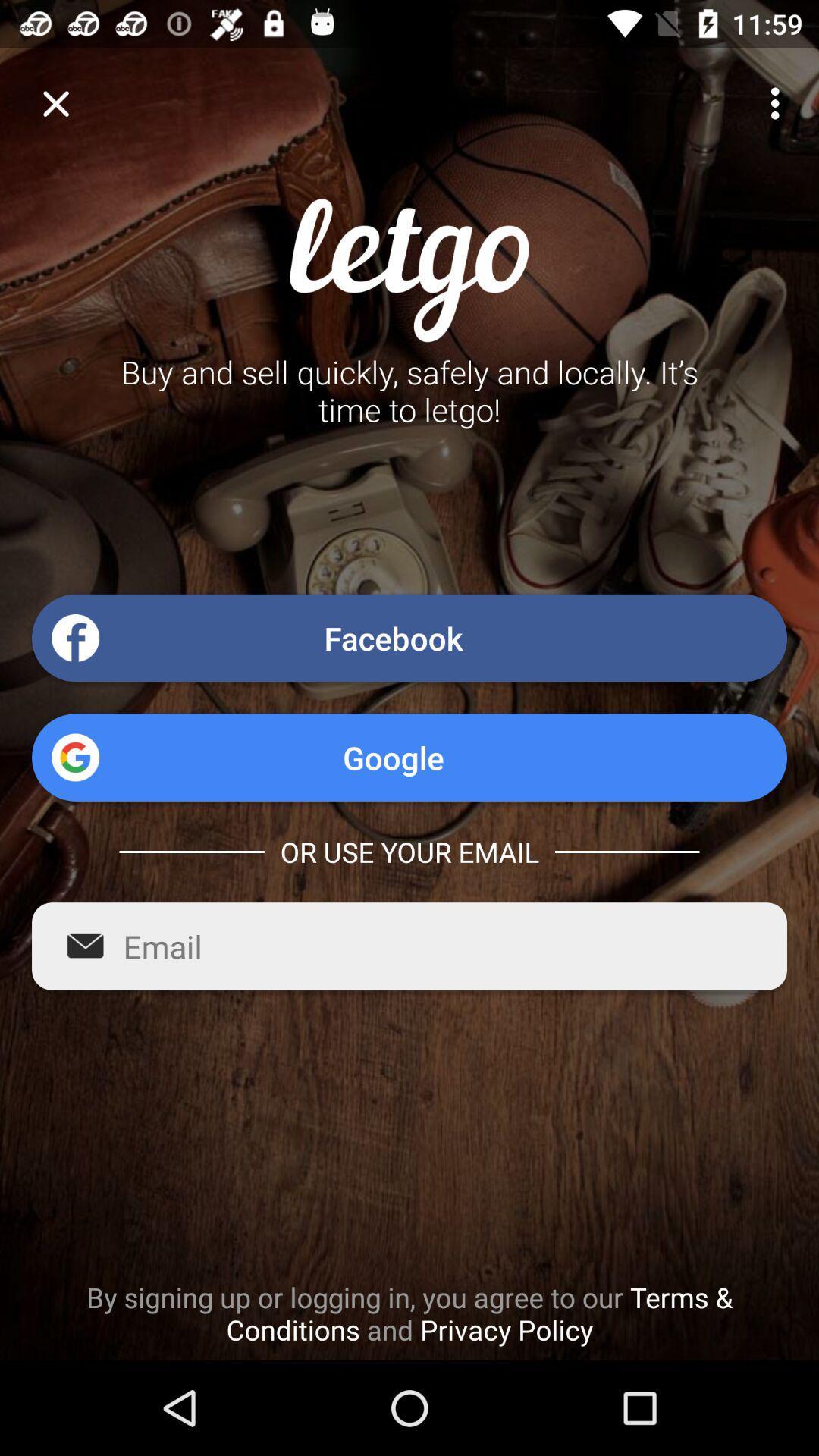 The image size is (819, 1456). Describe the element at coordinates (779, 102) in the screenshot. I see `the item above the facebook item` at that location.